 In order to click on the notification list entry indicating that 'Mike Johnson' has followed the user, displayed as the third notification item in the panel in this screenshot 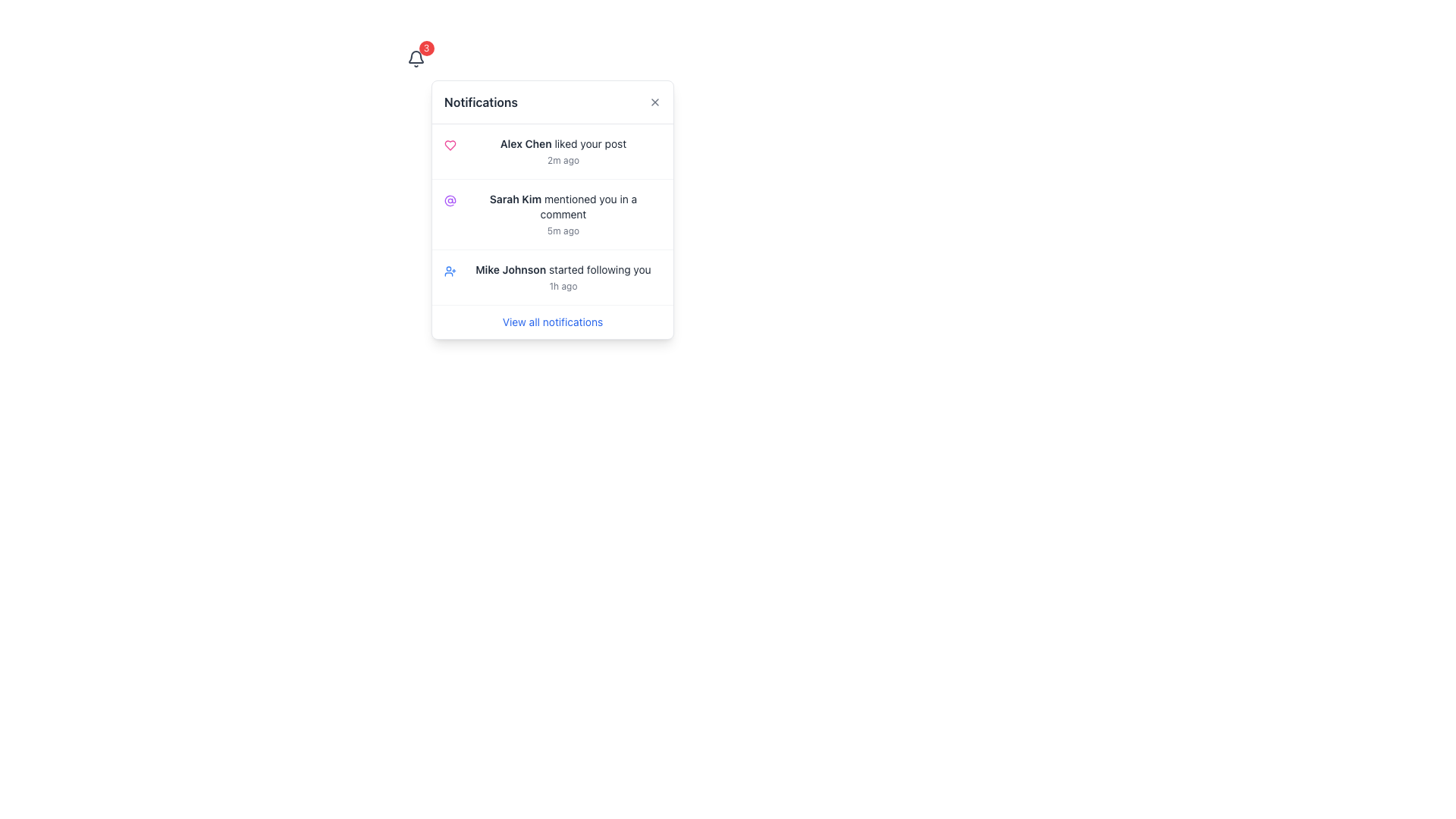, I will do `click(552, 278)`.